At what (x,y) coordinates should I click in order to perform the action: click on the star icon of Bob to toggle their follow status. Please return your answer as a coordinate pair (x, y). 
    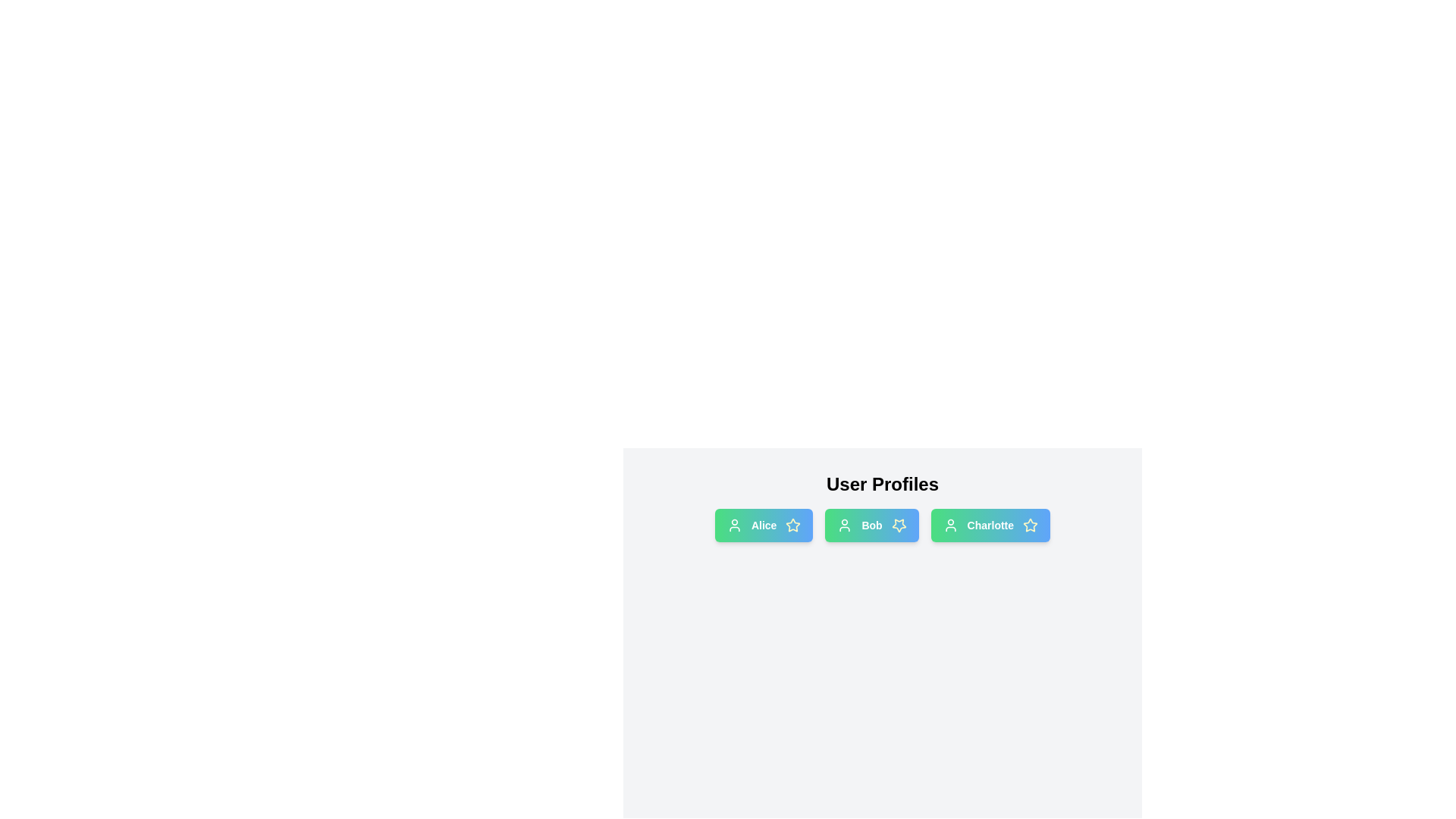
    Looking at the image, I should click on (899, 525).